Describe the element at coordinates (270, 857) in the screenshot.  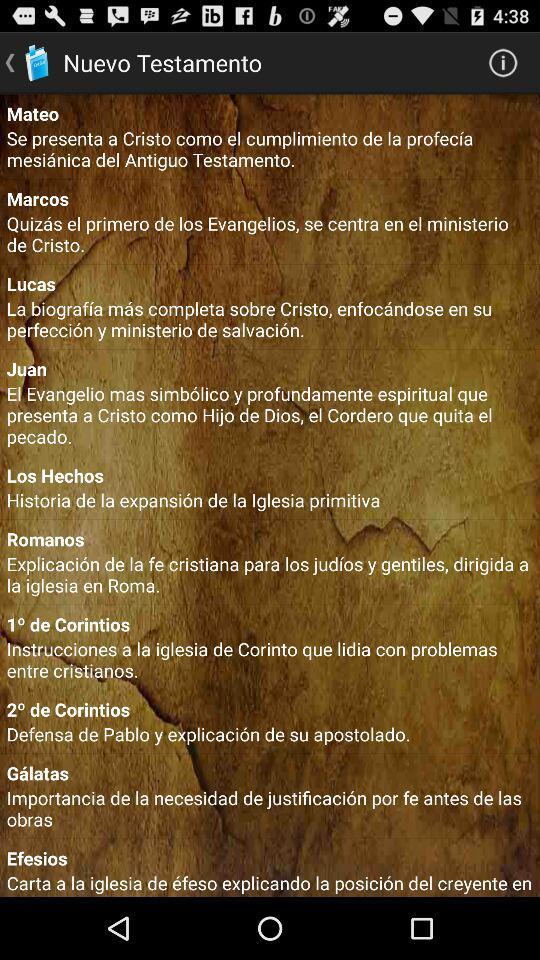
I see `app below importancia de la app` at that location.